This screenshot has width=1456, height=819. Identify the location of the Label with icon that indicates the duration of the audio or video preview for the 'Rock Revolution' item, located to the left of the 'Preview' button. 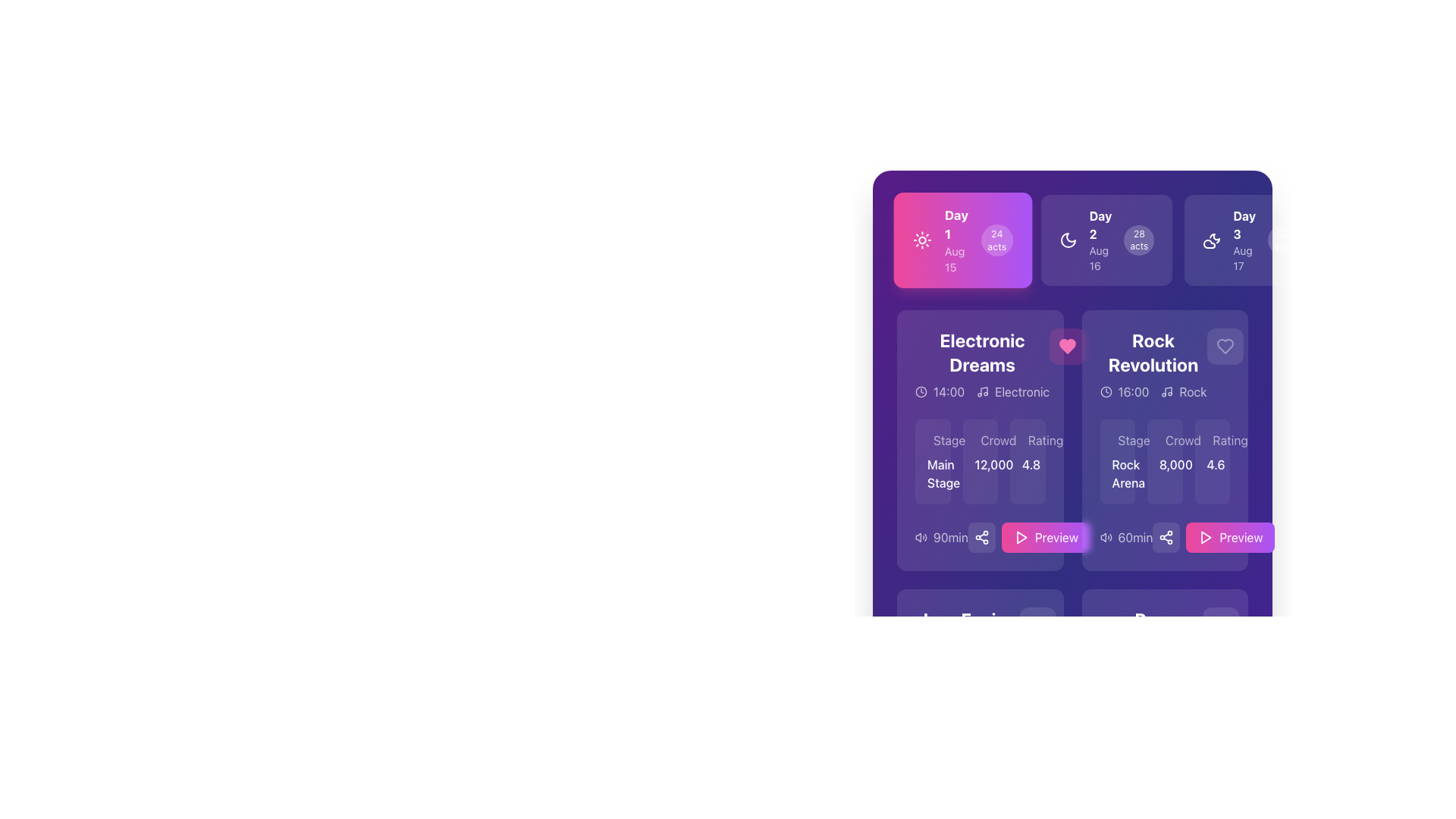
(1126, 537).